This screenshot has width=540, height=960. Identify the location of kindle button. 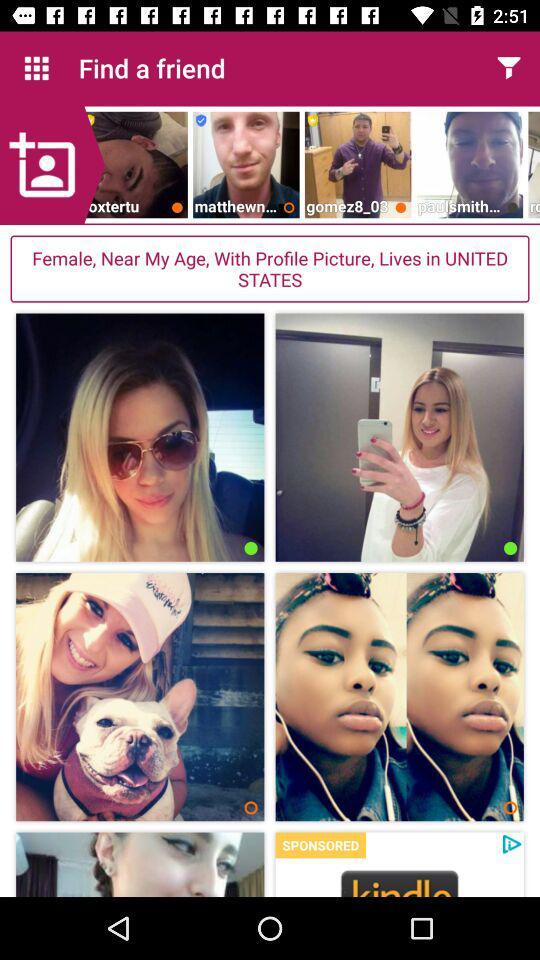
(399, 881).